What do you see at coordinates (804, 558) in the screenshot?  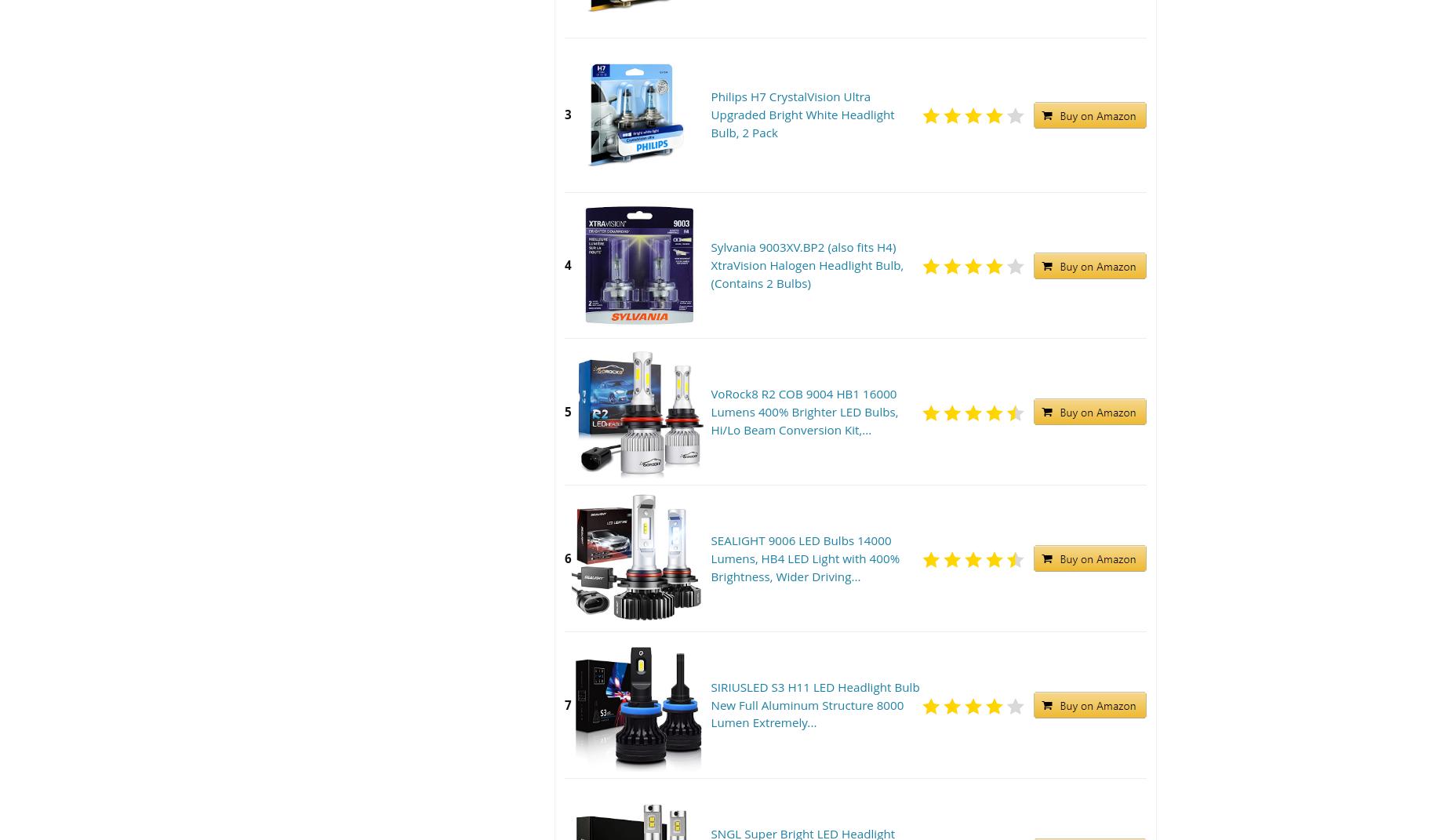 I see `'SEALIGHT 9006 LED Bulbs 14000 Lumens, HB4 LED Light with 400% Brightness, Wider Driving...'` at bounding box center [804, 558].